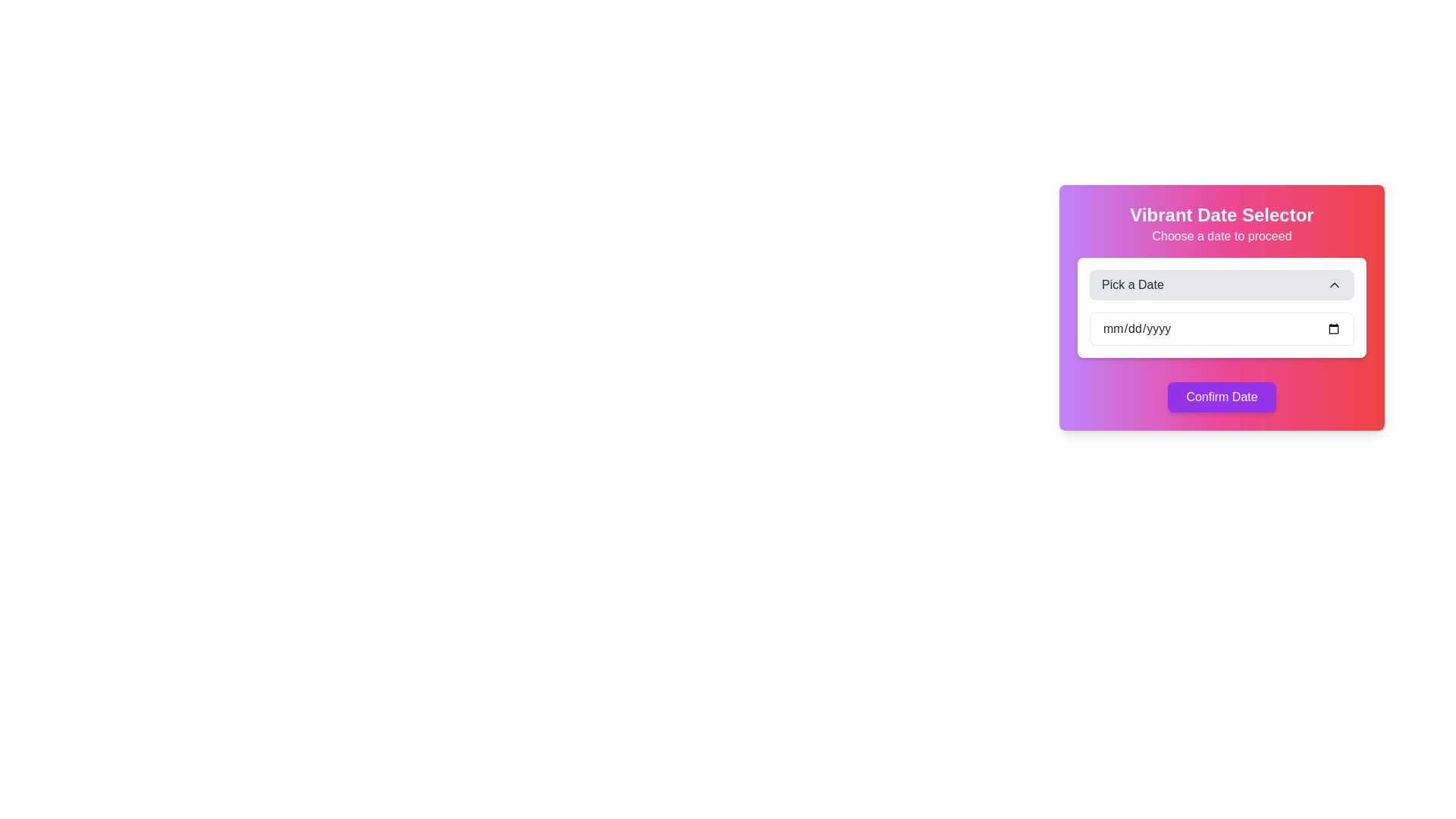 The image size is (1456, 819). I want to click on the date input field positioned below the 'Pick a Date' input field to trigger a tooltip or visual feedback, so click(1222, 328).